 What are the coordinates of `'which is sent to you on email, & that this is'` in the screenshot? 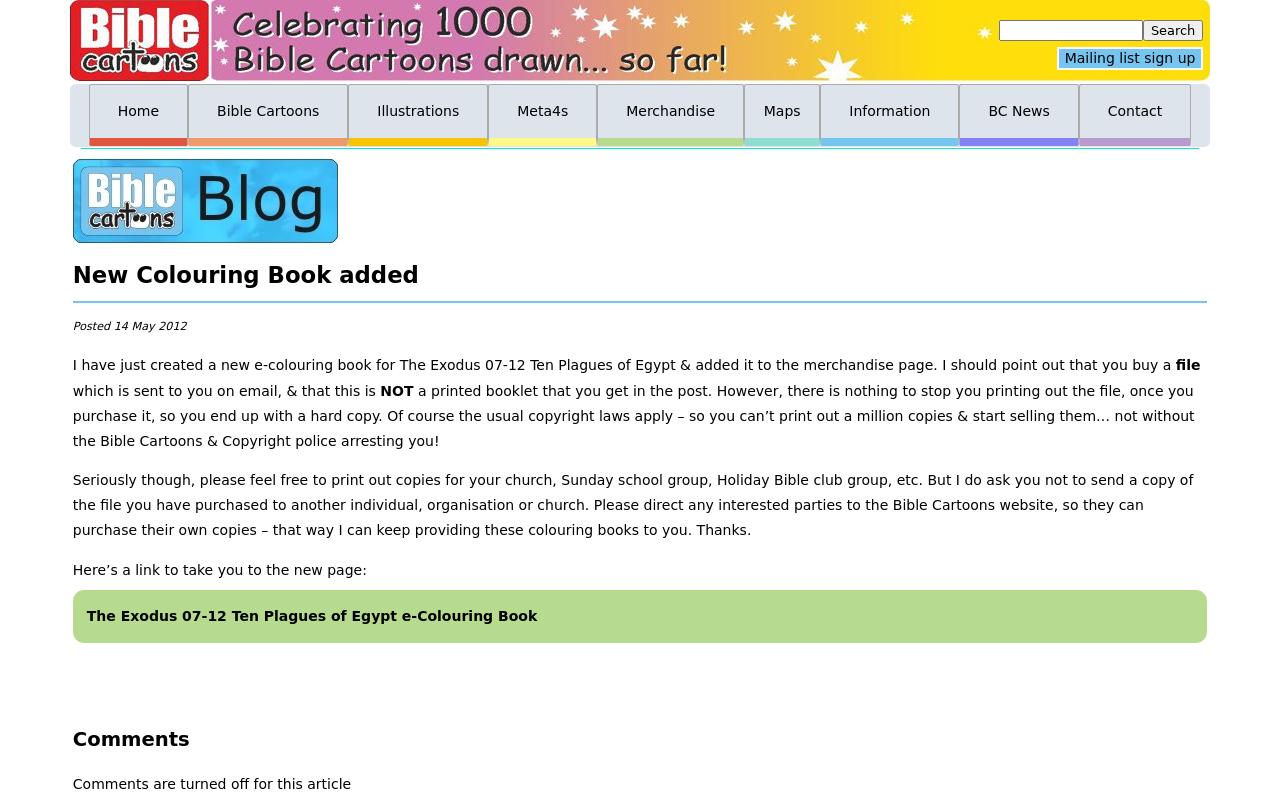 It's located at (226, 389).